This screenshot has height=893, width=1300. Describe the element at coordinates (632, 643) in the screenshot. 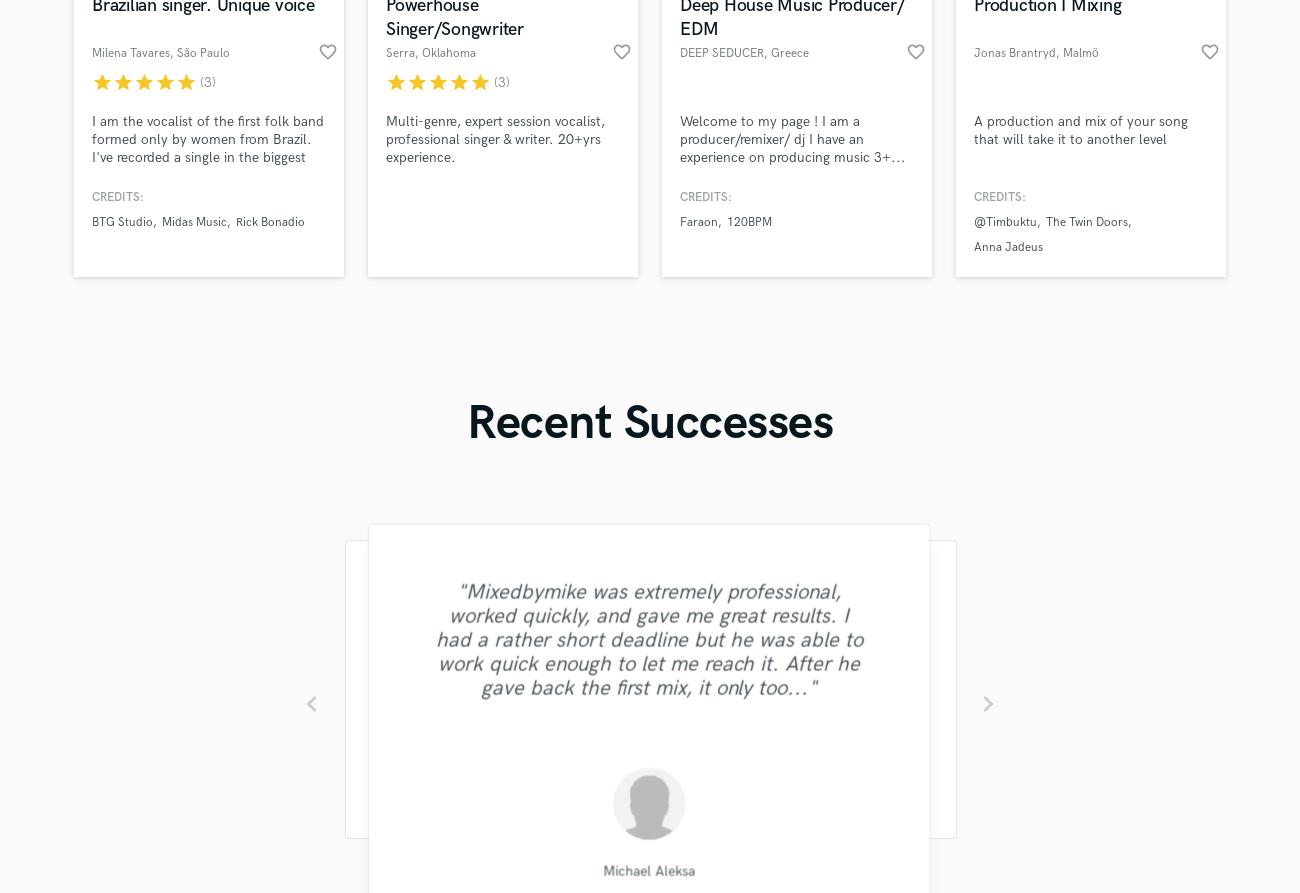

I see `'"His price was low and his mixing was good. It is easy to tell that Irving knows what he's doing. Thanks!"'` at that location.